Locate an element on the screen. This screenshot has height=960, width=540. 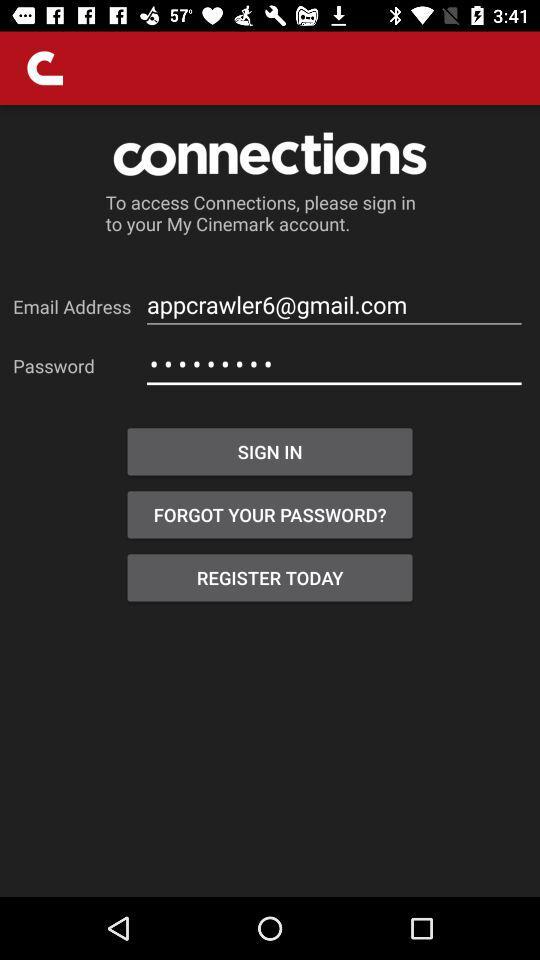
icon below forgot your password? item is located at coordinates (270, 577).